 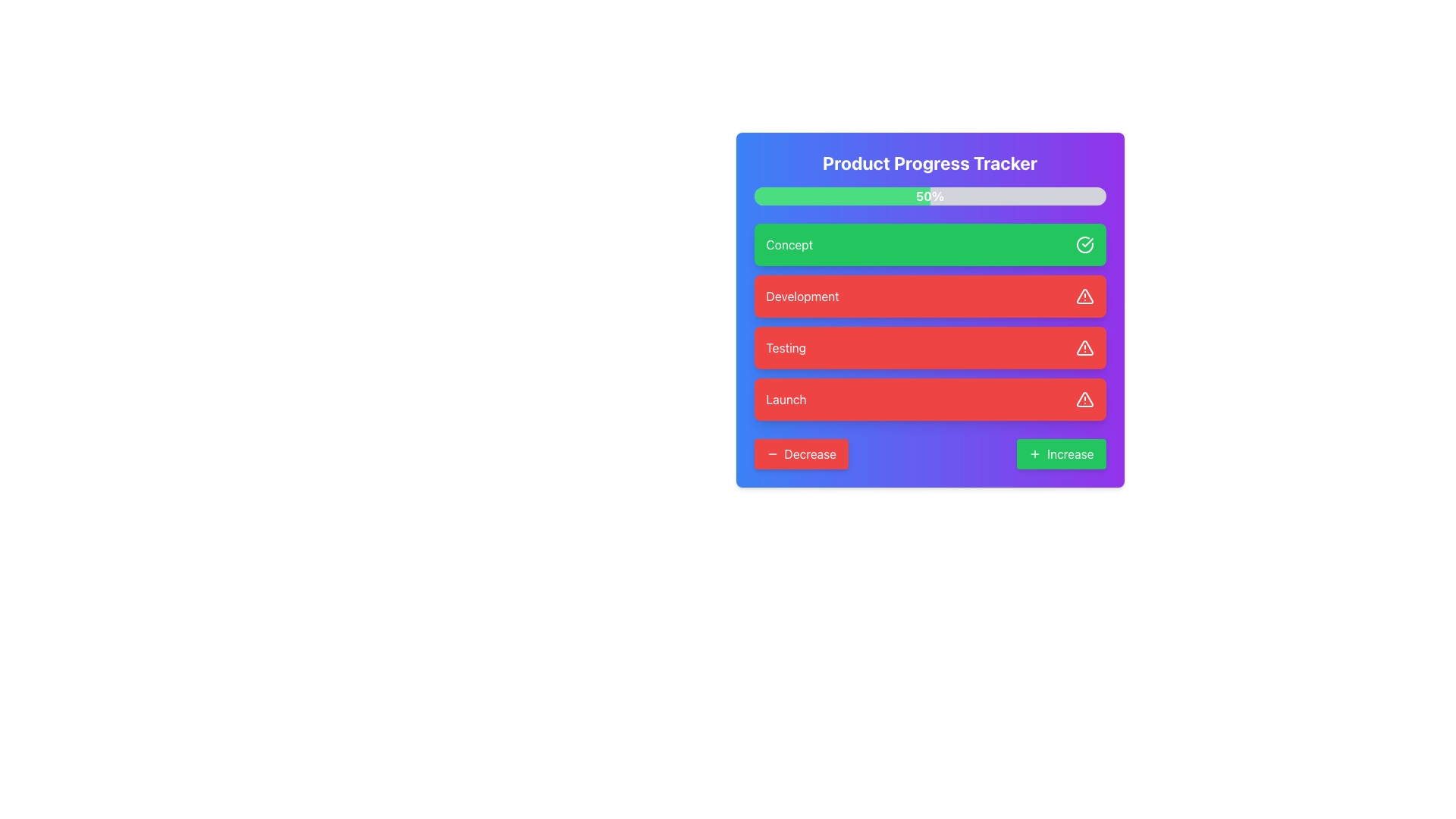 I want to click on the warning icon related to the 'Testing' stage in the progress tracker, so click(x=1084, y=348).